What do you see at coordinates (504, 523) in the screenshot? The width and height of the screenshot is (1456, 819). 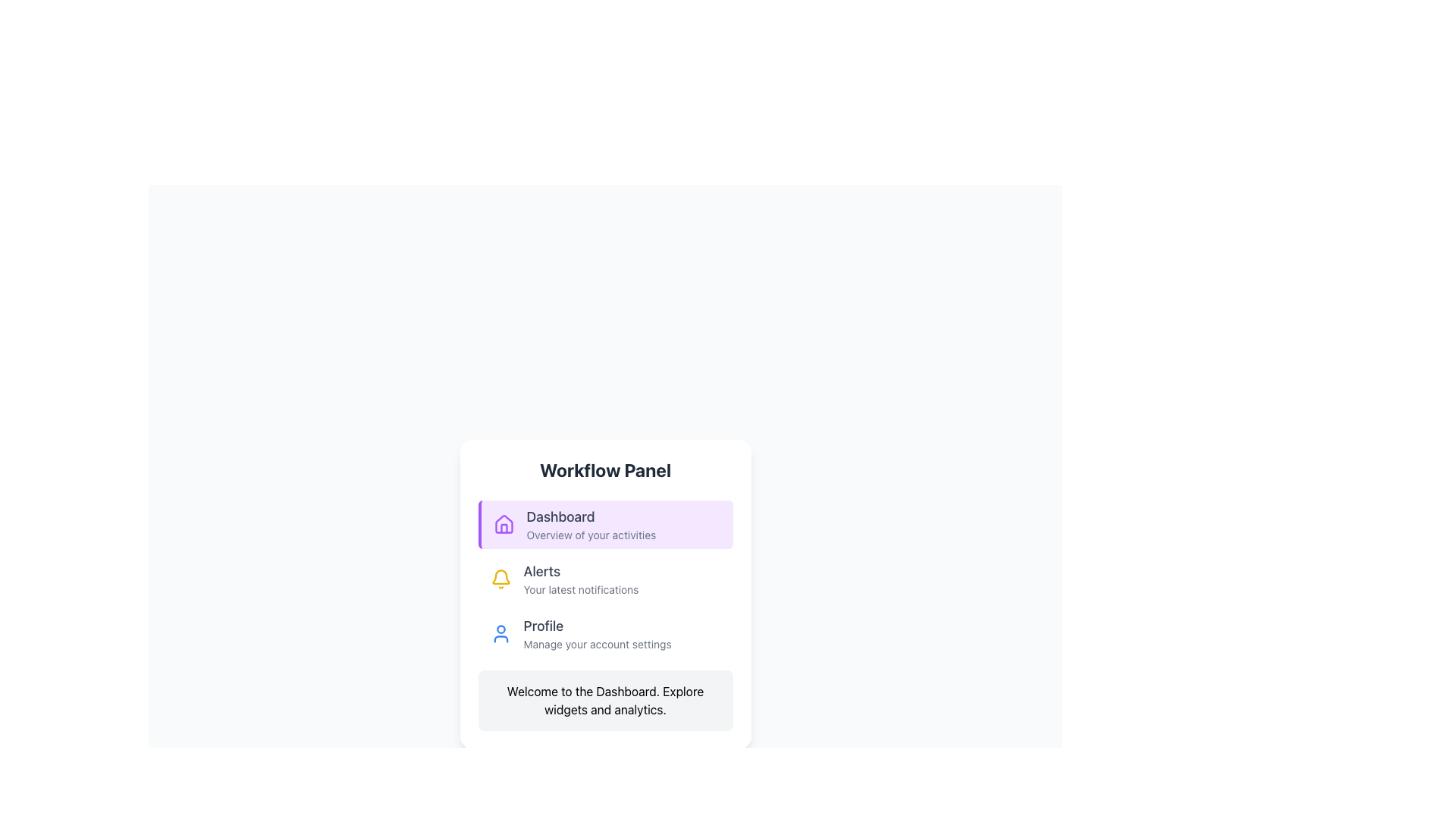 I see `the purple house outline SVG icon located next to the 'Dashboard' text` at bounding box center [504, 523].